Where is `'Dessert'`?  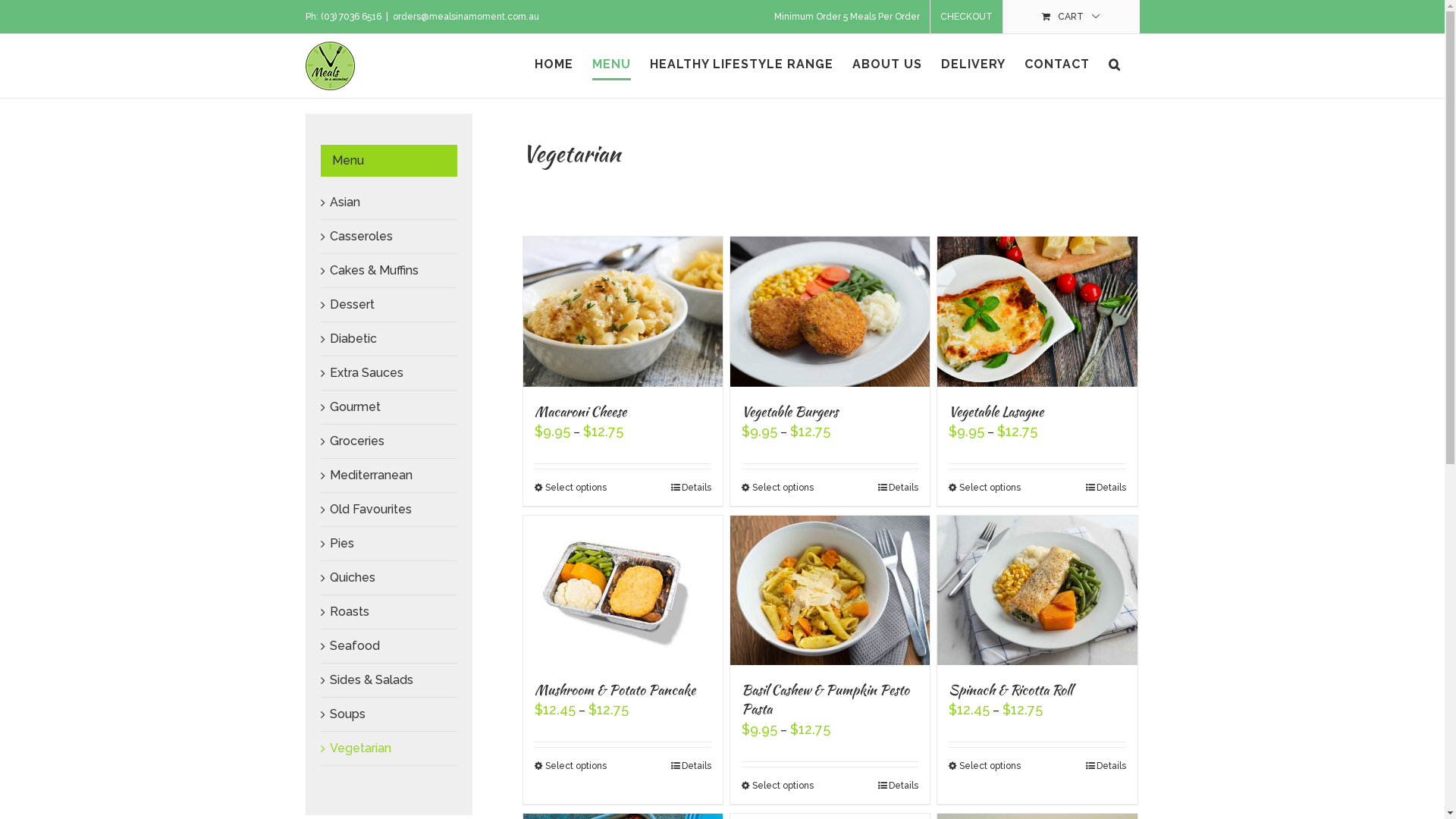
'Dessert' is located at coordinates (350, 304).